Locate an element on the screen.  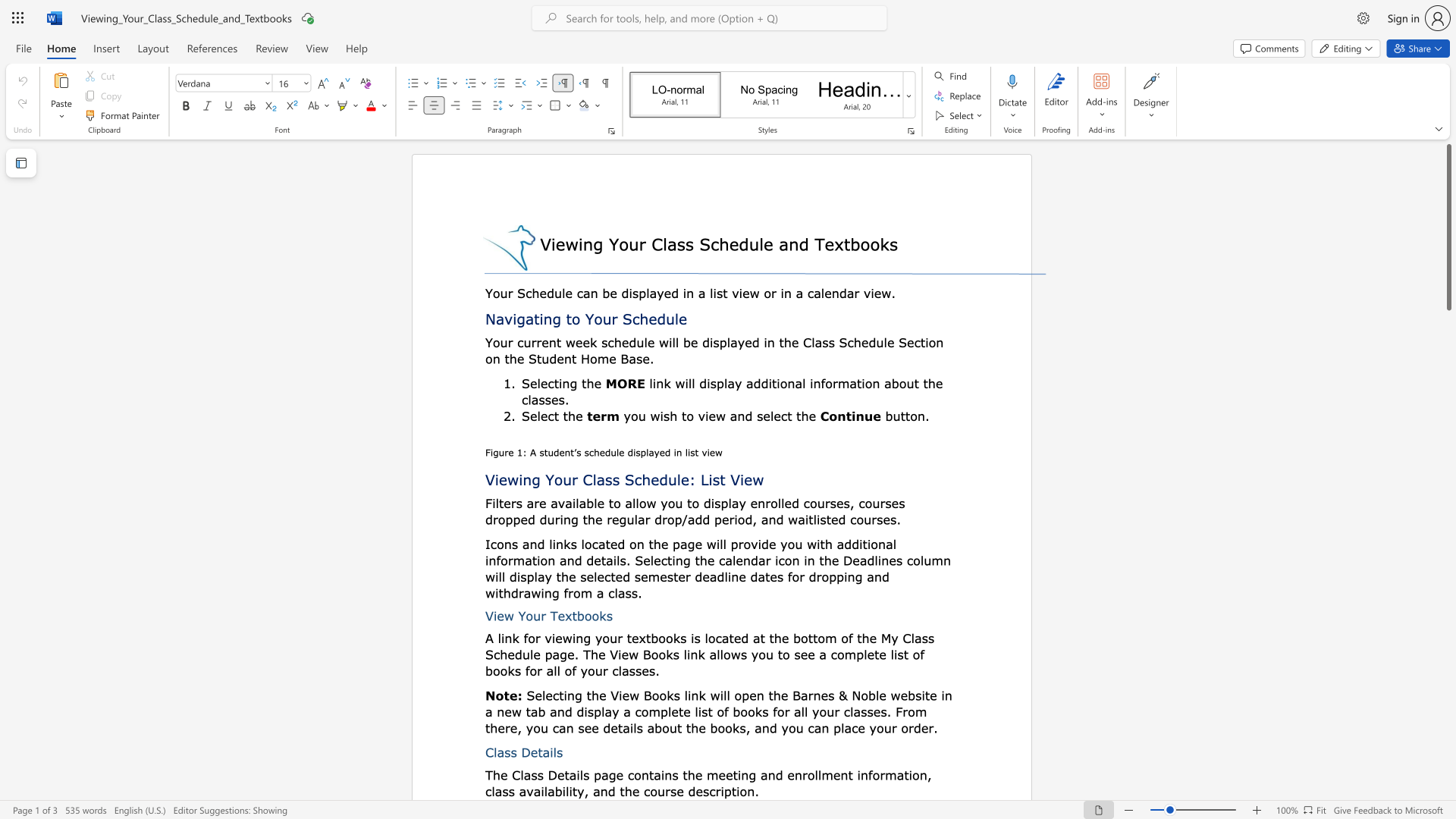
the scrollbar to slide the page down is located at coordinates (1448, 363).